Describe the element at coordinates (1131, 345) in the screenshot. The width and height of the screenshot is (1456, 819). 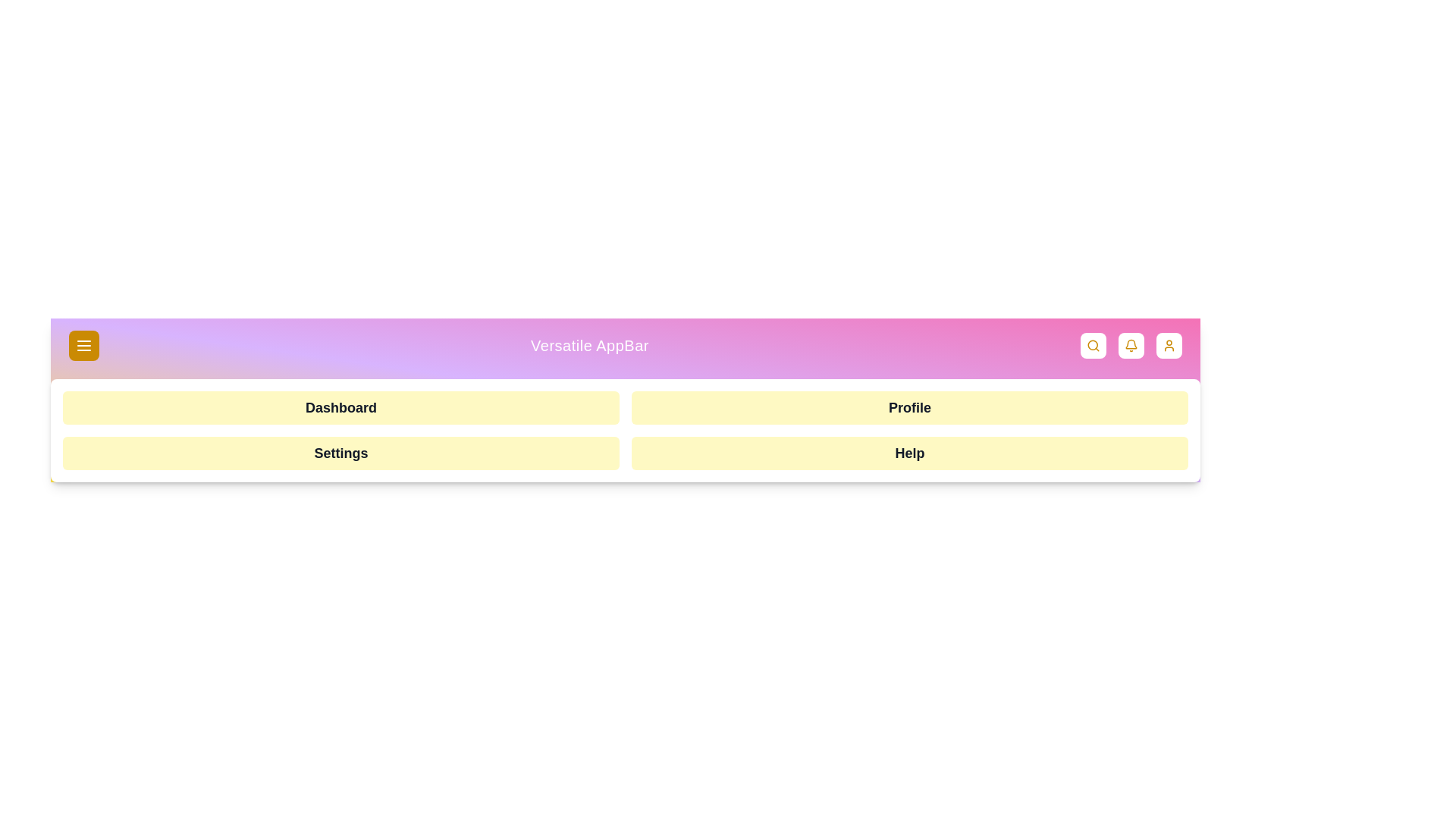
I see `the notifications button` at that location.